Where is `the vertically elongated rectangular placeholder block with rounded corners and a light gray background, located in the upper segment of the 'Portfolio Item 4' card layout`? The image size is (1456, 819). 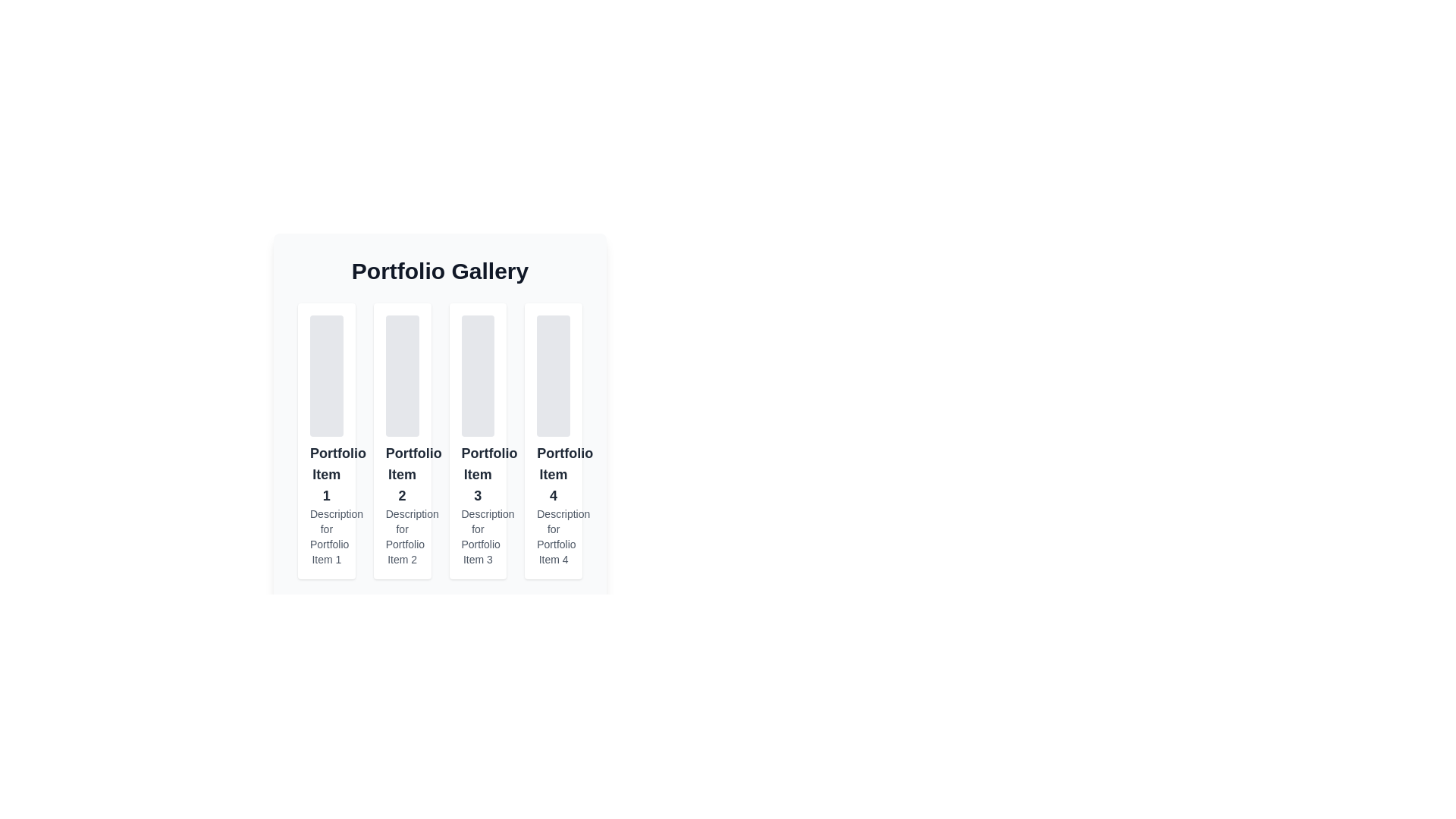 the vertically elongated rectangular placeholder block with rounded corners and a light gray background, located in the upper segment of the 'Portfolio Item 4' card layout is located at coordinates (553, 375).